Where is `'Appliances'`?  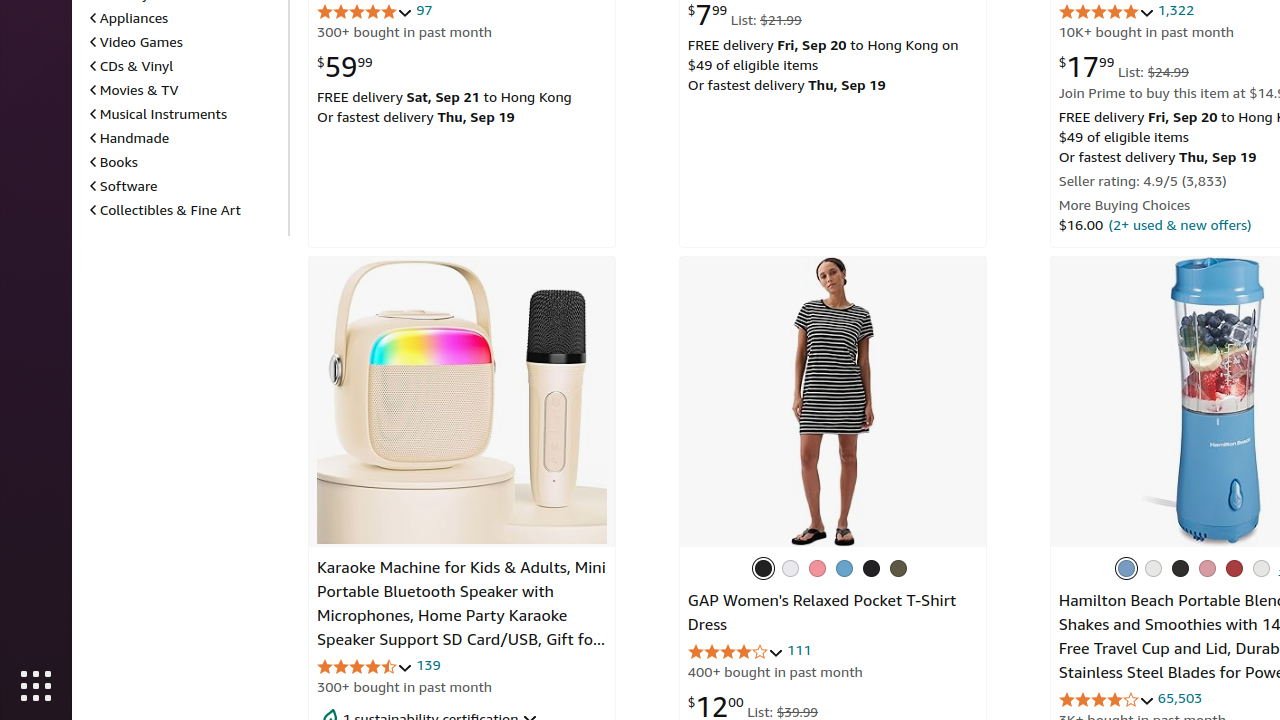
'Appliances' is located at coordinates (128, 17).